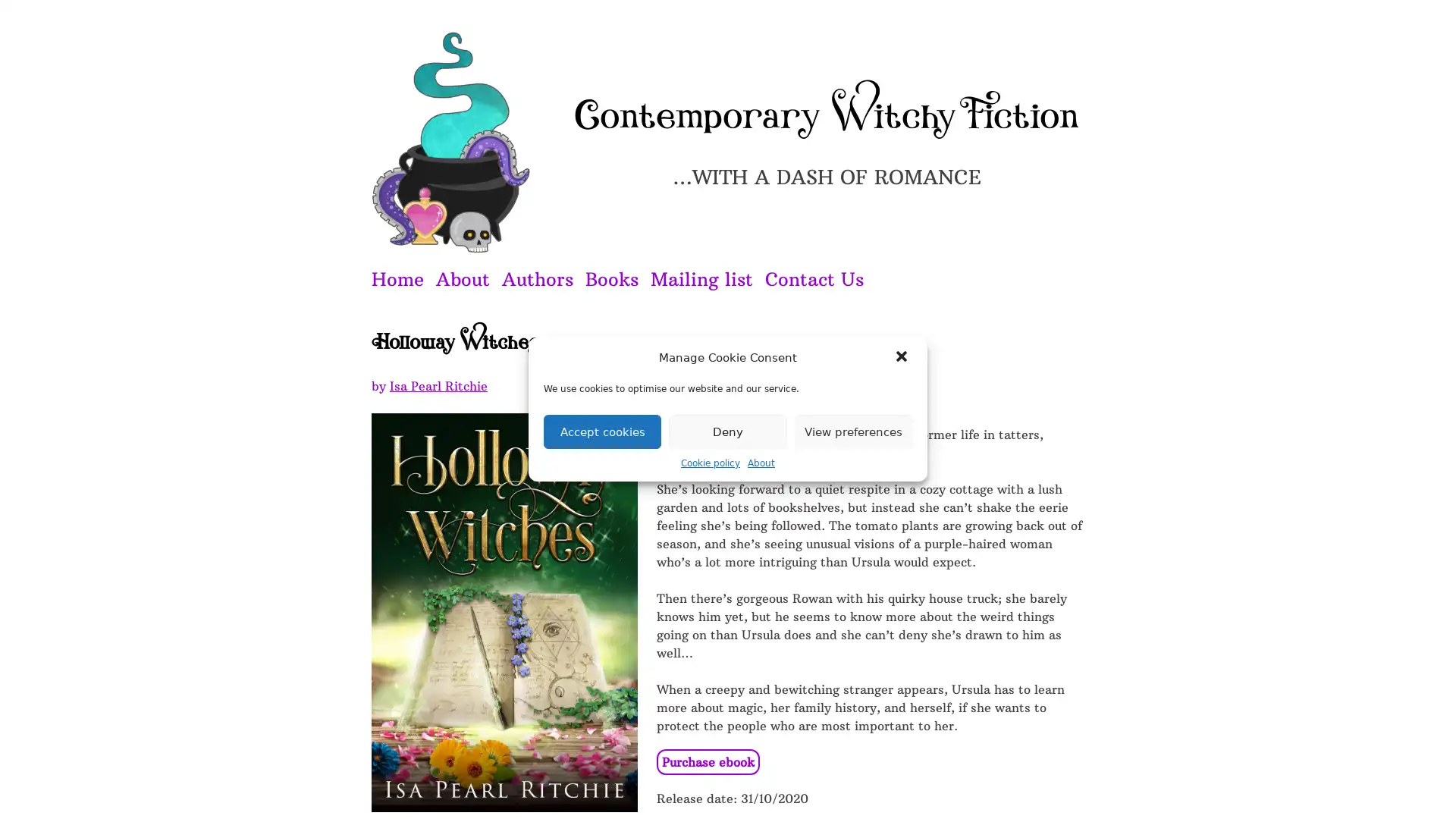 The width and height of the screenshot is (1456, 819). What do you see at coordinates (852, 431) in the screenshot?
I see `View preferences` at bounding box center [852, 431].